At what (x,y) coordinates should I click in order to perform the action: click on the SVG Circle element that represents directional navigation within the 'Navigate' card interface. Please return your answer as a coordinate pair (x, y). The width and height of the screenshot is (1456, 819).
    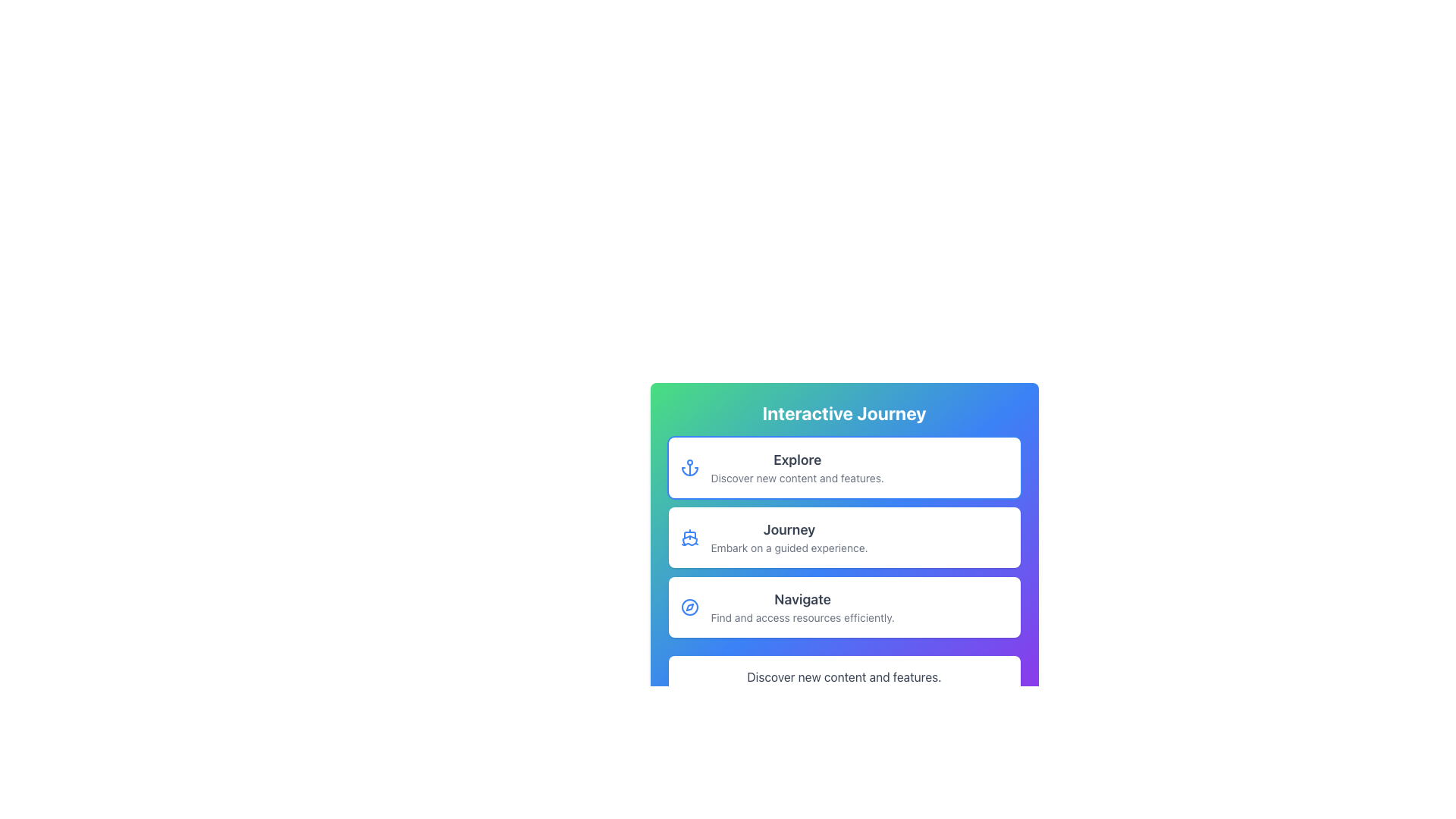
    Looking at the image, I should click on (689, 607).